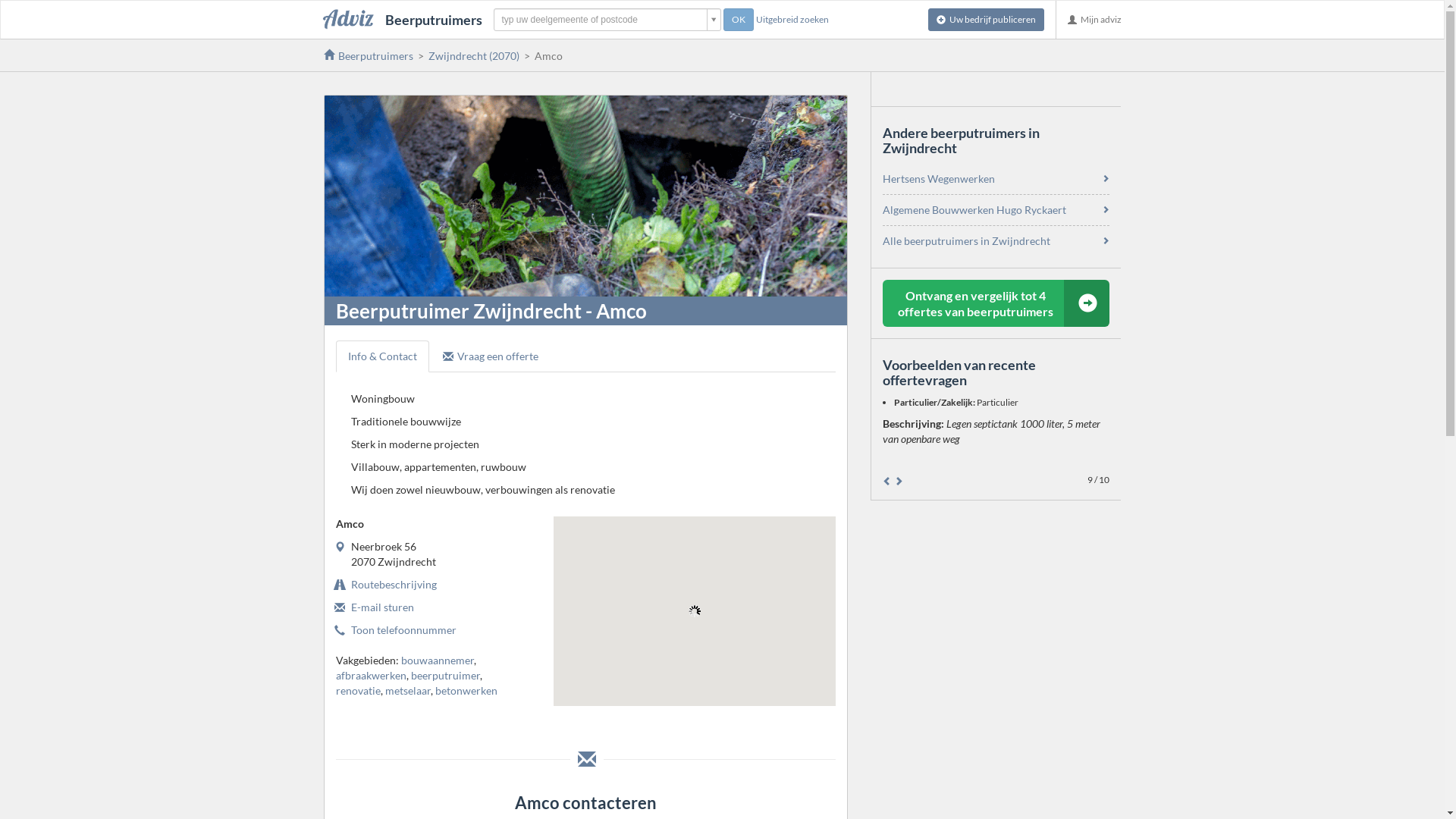  I want to click on 'Info & Contact', so click(381, 356).